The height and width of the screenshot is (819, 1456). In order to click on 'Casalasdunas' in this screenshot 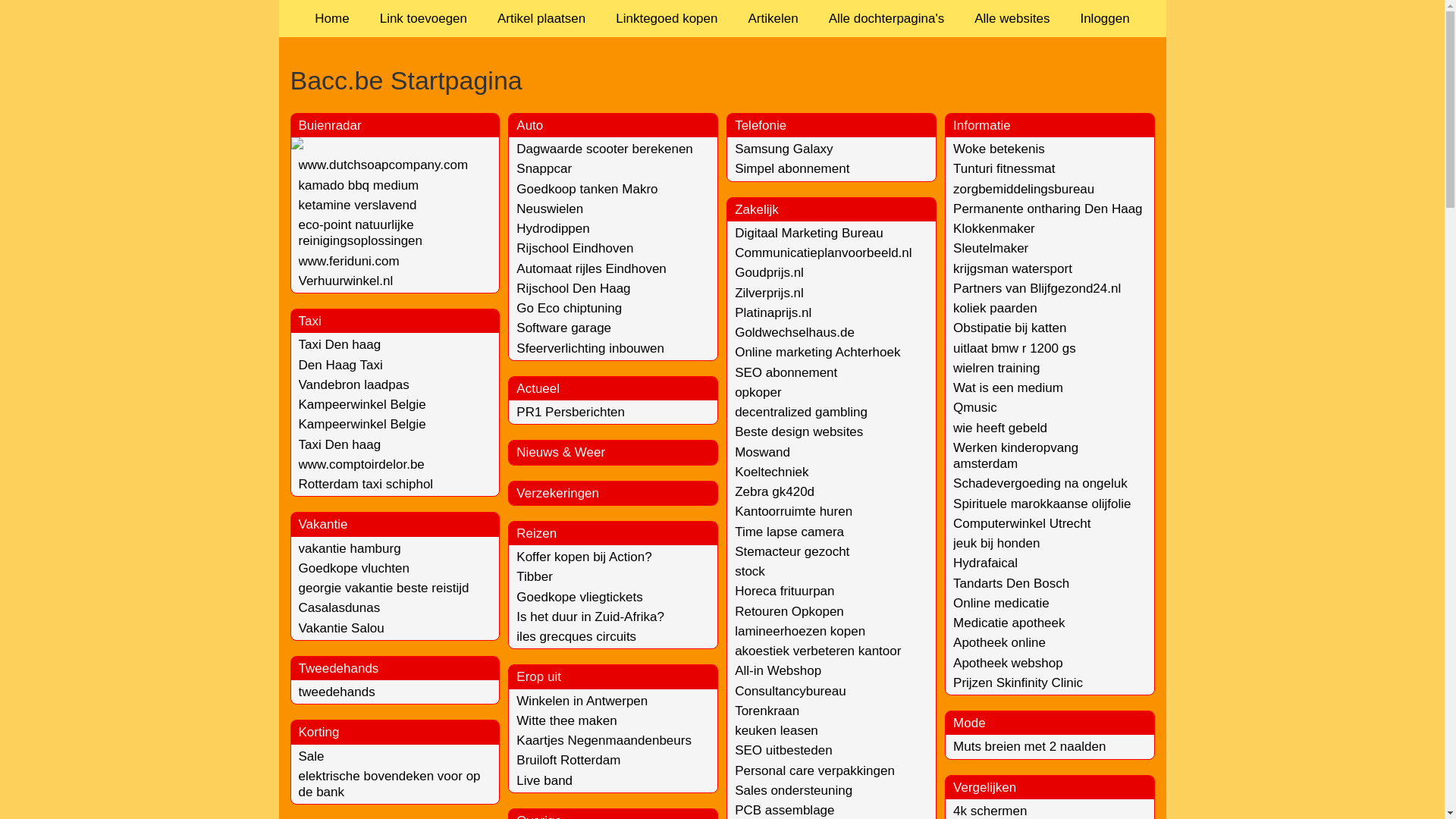, I will do `click(338, 607)`.